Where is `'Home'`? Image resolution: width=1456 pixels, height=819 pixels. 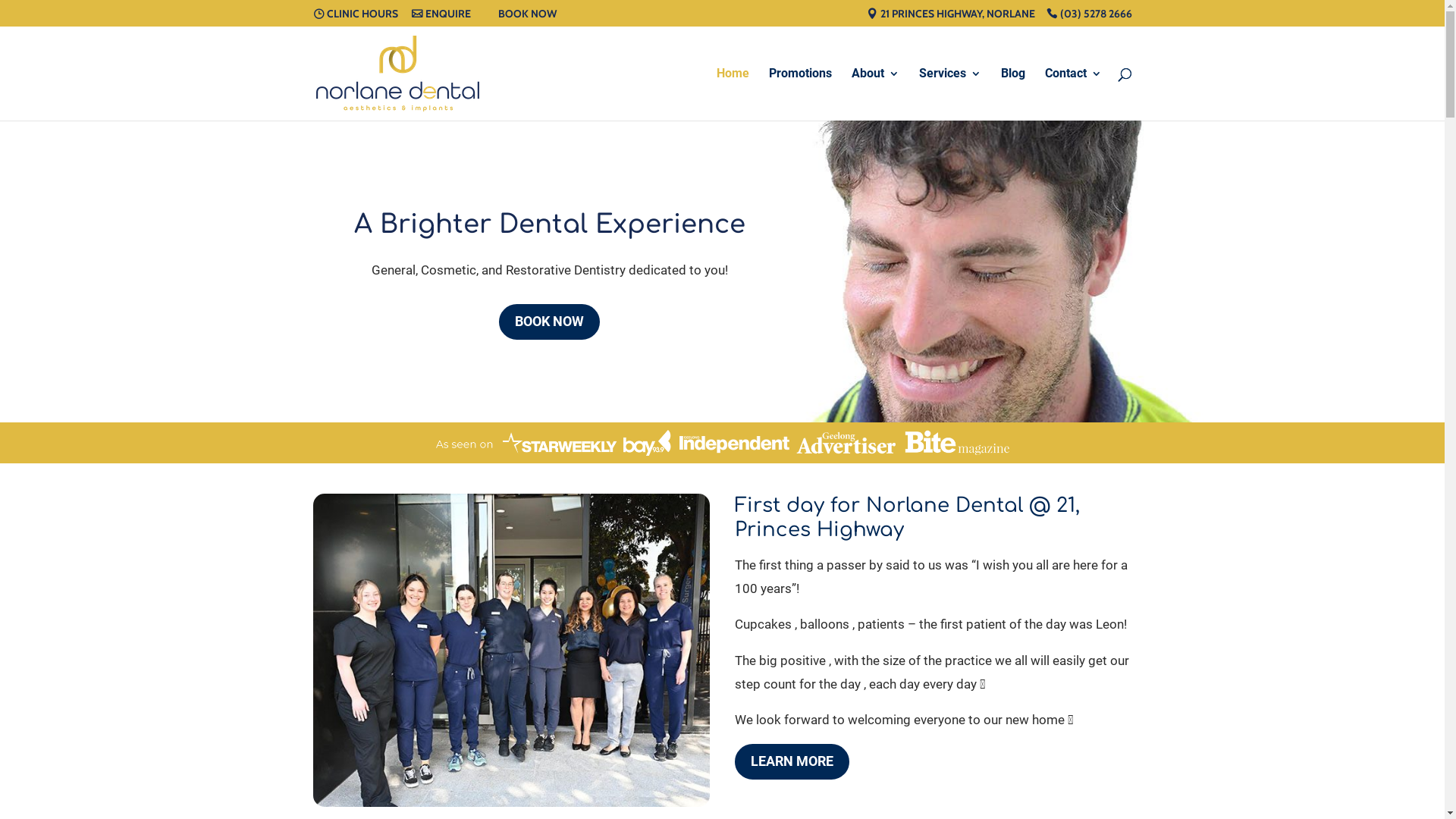 'Home' is located at coordinates (732, 94).